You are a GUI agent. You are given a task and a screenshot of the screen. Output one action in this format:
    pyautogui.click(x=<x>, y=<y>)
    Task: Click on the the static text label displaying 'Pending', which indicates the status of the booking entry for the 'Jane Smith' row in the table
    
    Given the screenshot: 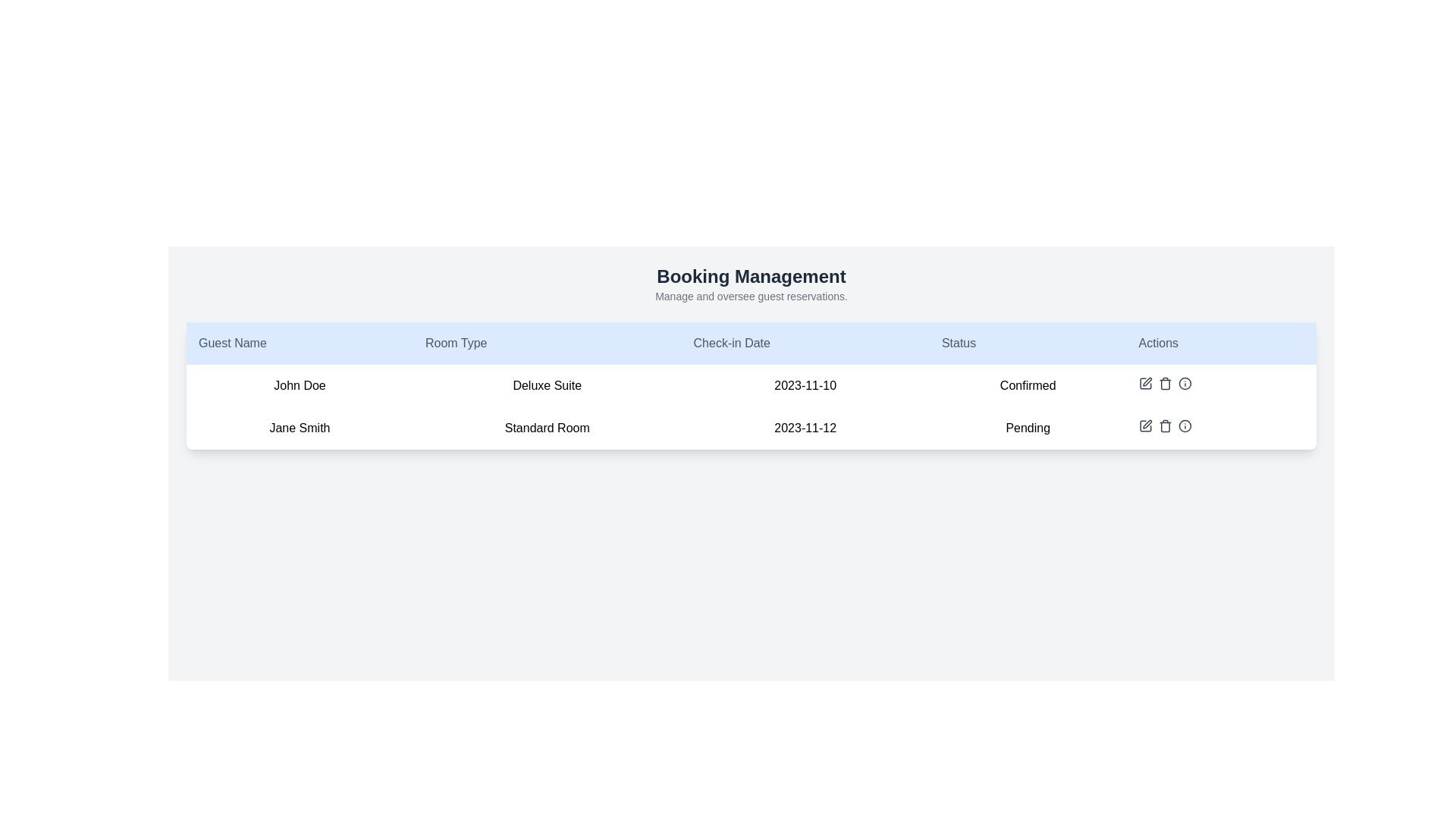 What is the action you would take?
    pyautogui.click(x=1028, y=428)
    